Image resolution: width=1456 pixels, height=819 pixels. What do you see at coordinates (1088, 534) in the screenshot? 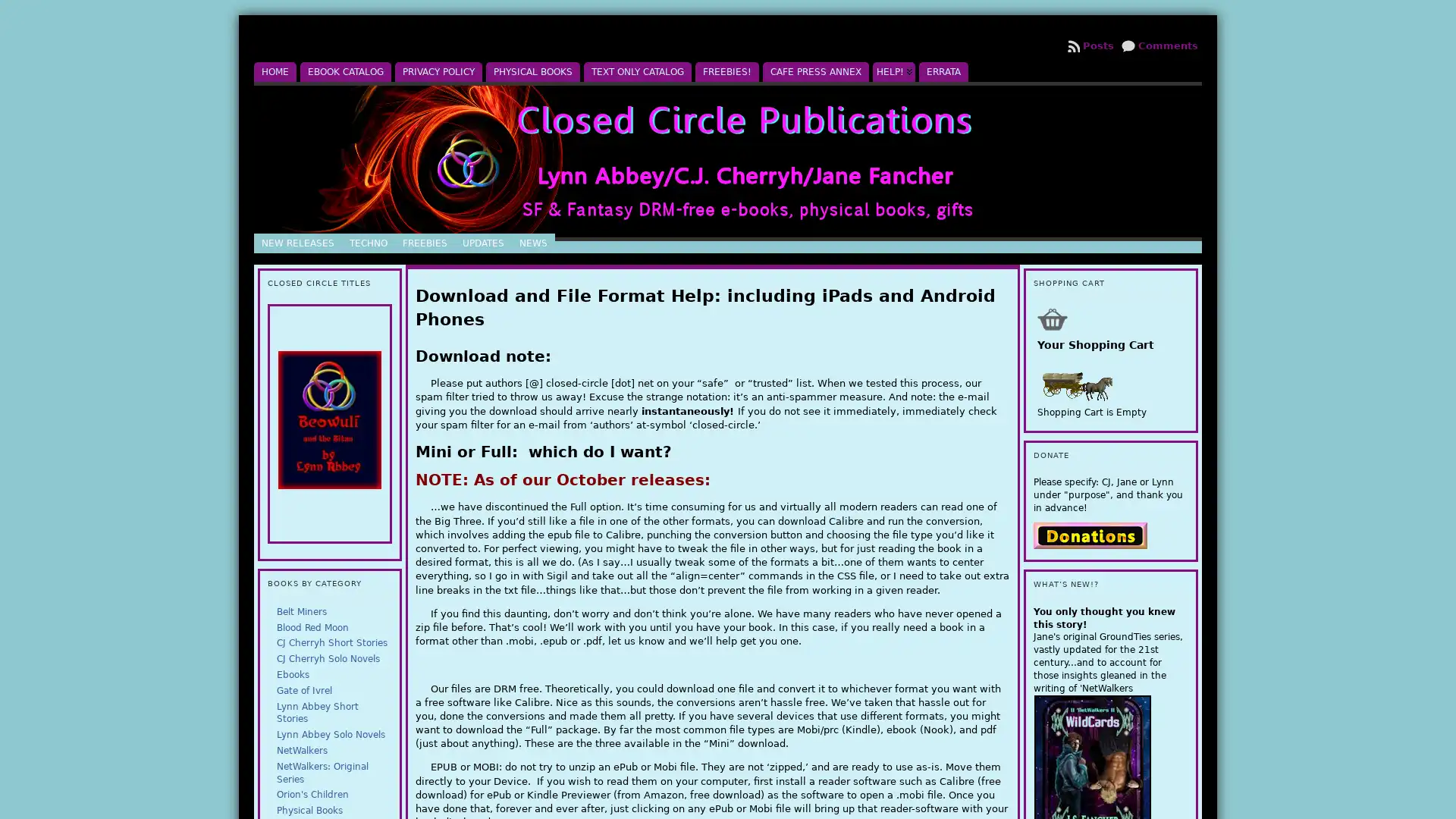
I see `PayPal - The safer, easier way to pay online.` at bounding box center [1088, 534].